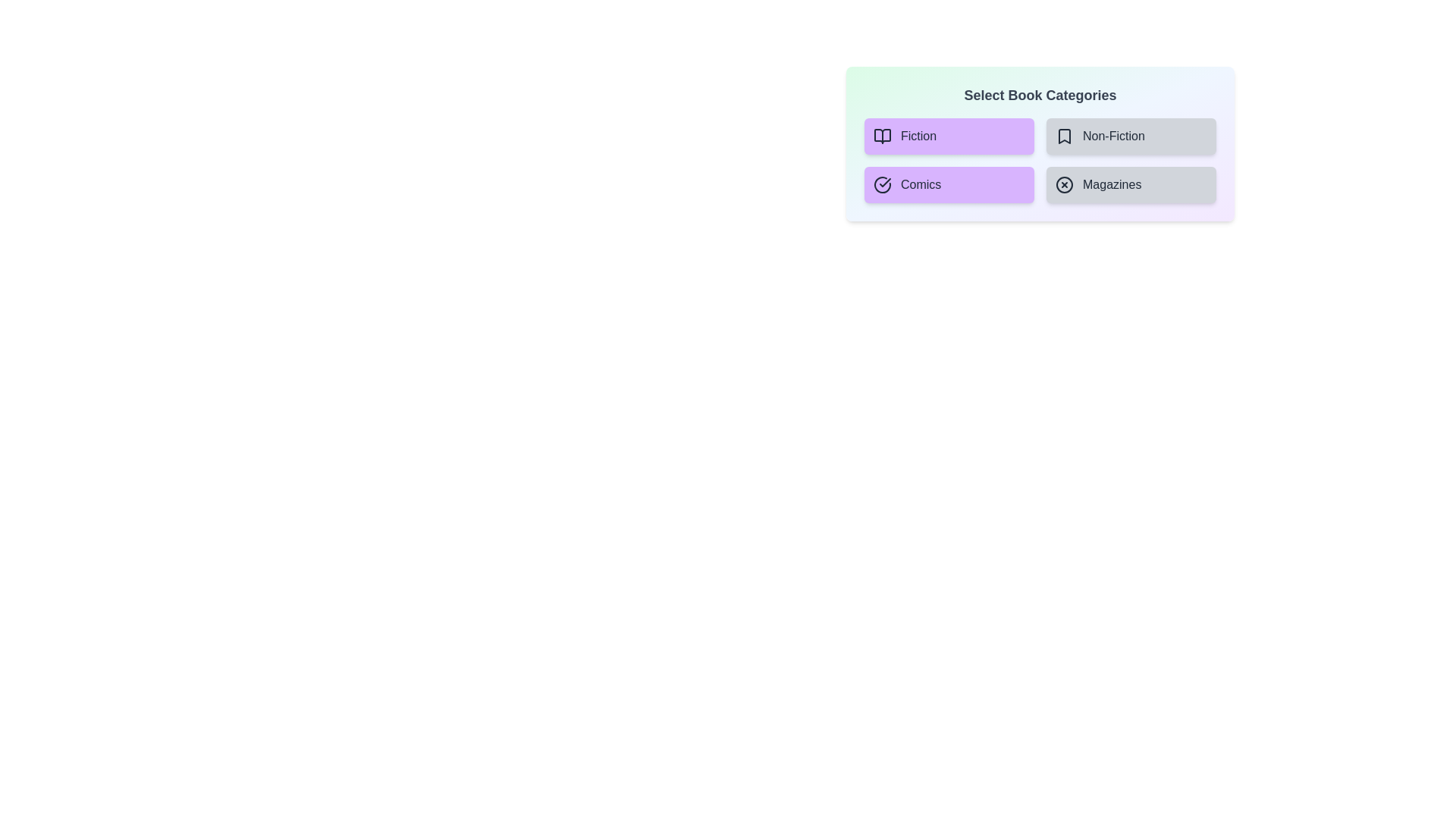 The width and height of the screenshot is (1456, 819). I want to click on the category Fiction to see its hover effect, so click(949, 136).